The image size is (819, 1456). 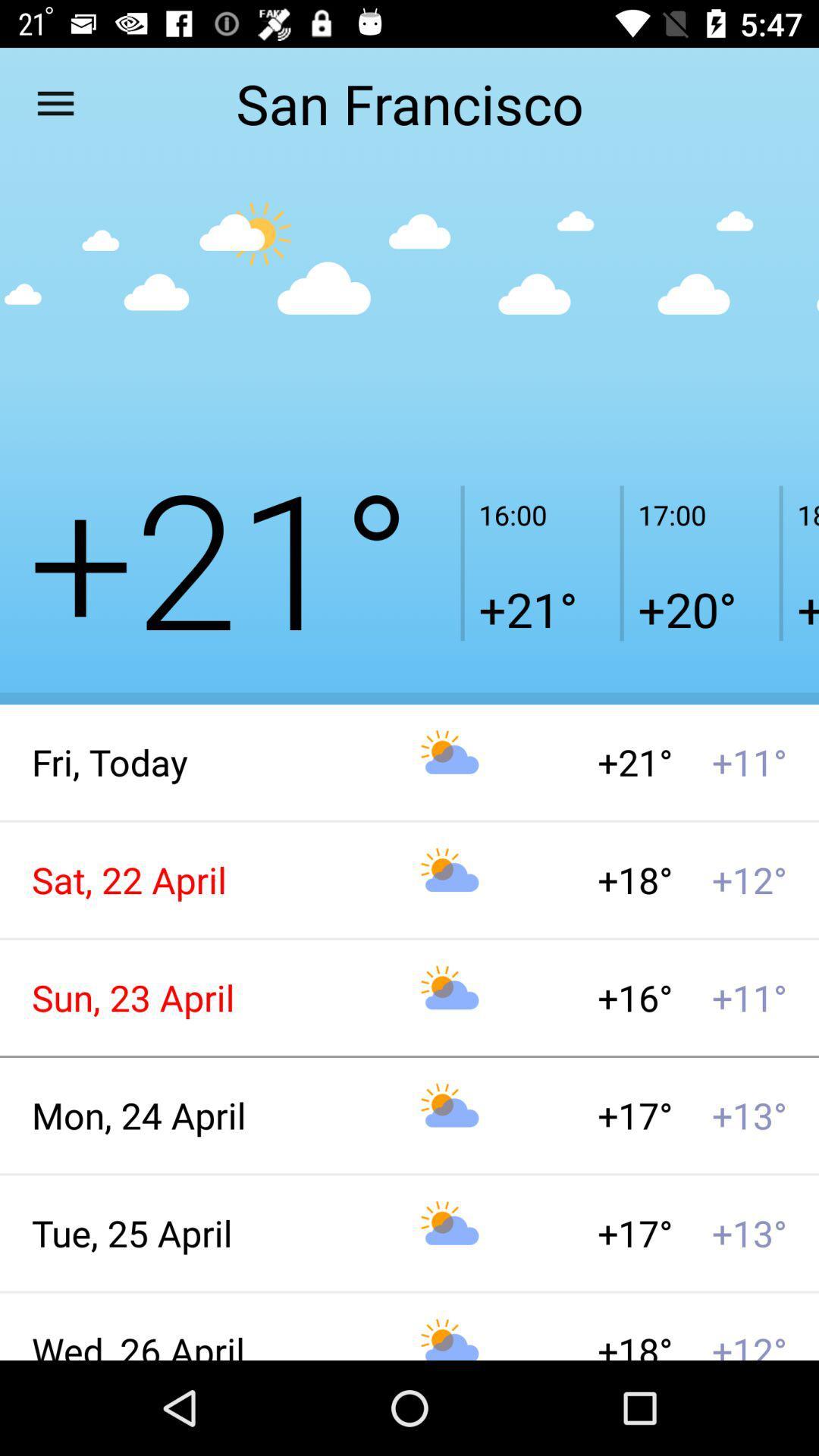 I want to click on the san francisco, so click(x=409, y=102).